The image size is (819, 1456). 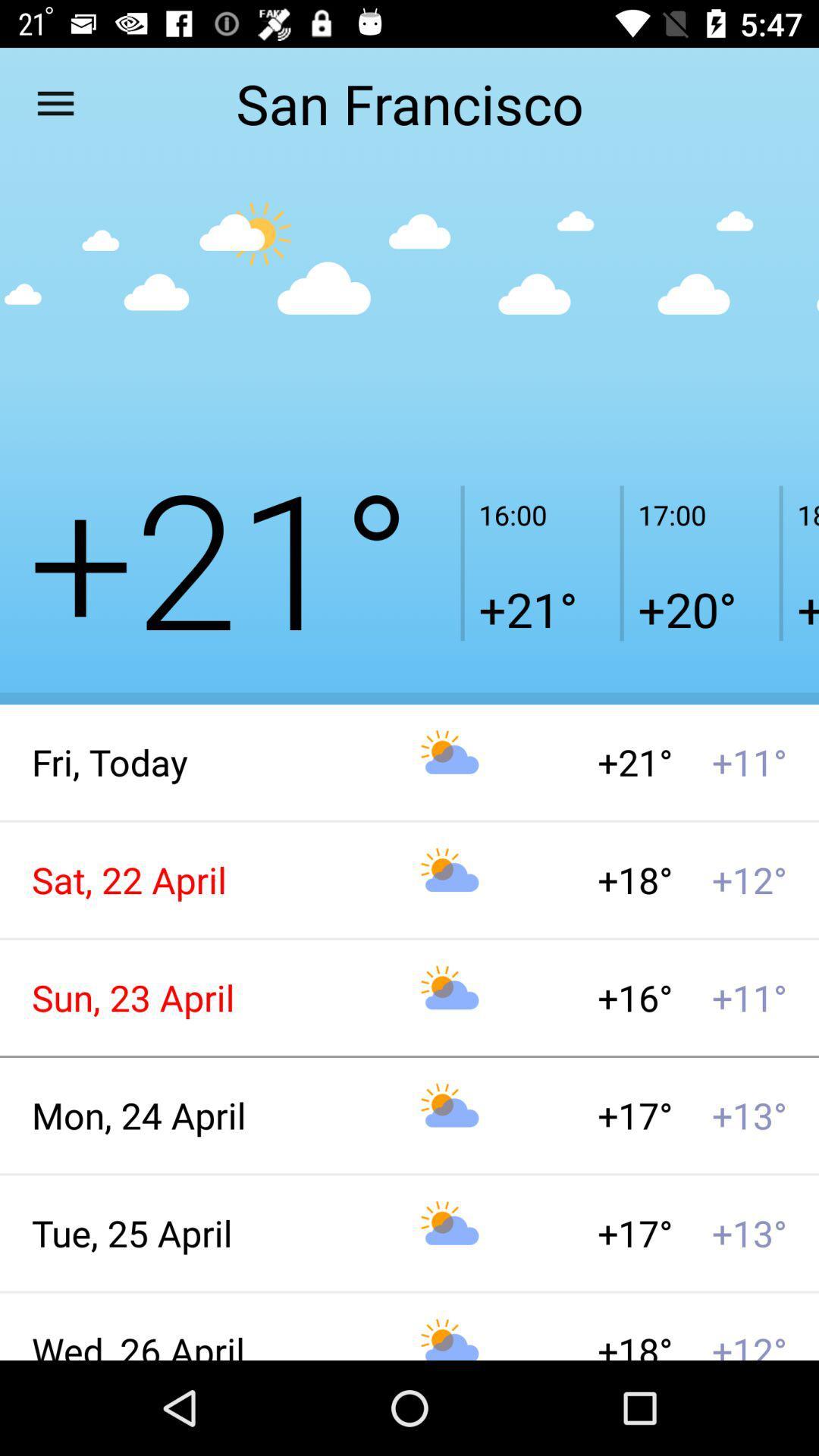 I want to click on the san francisco, so click(x=409, y=102).